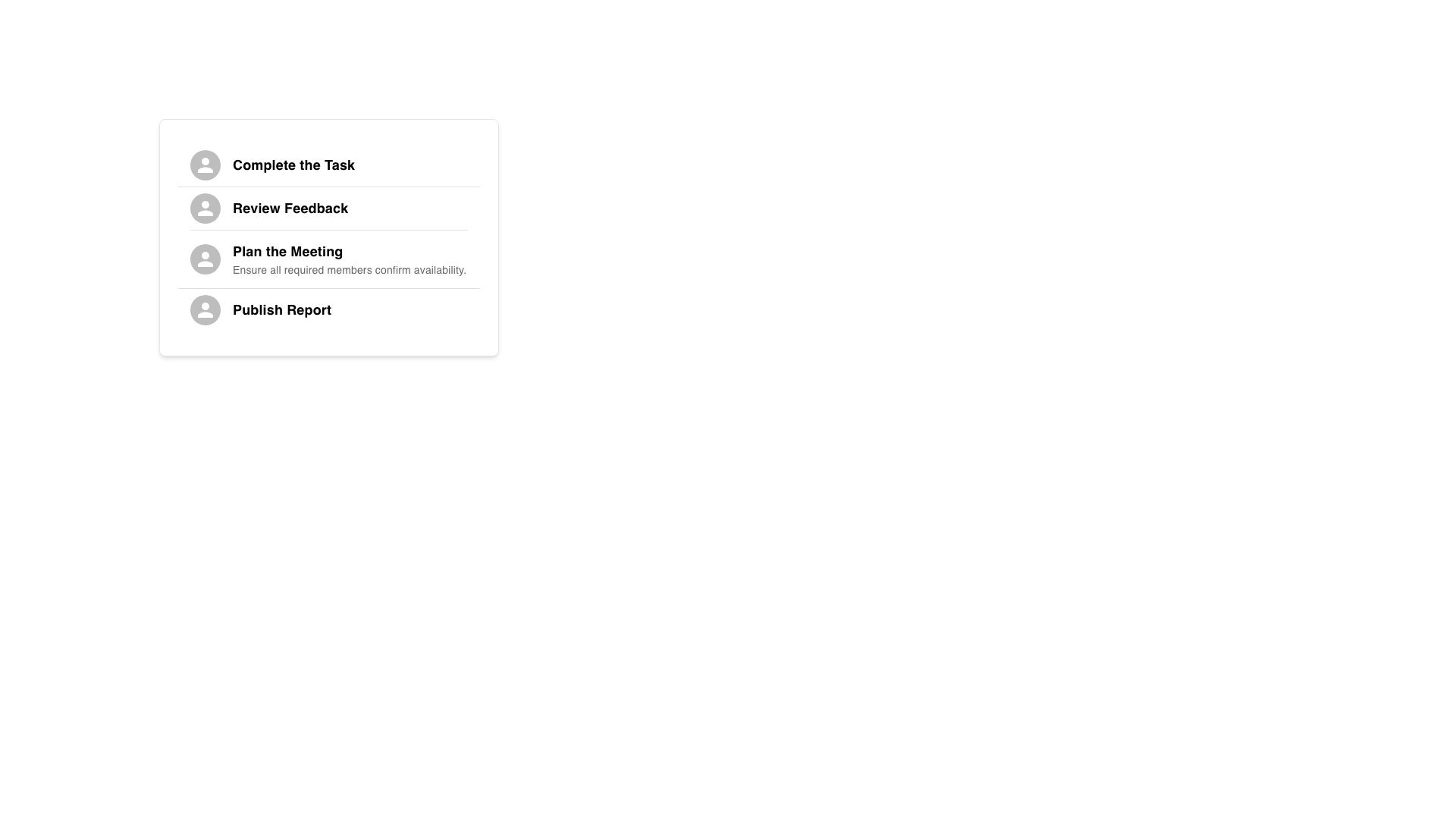  I want to click on the user avatar icon located to the left of the 'Review Feedback' text, which is the second item in the vertical list of tasks, so click(204, 208).